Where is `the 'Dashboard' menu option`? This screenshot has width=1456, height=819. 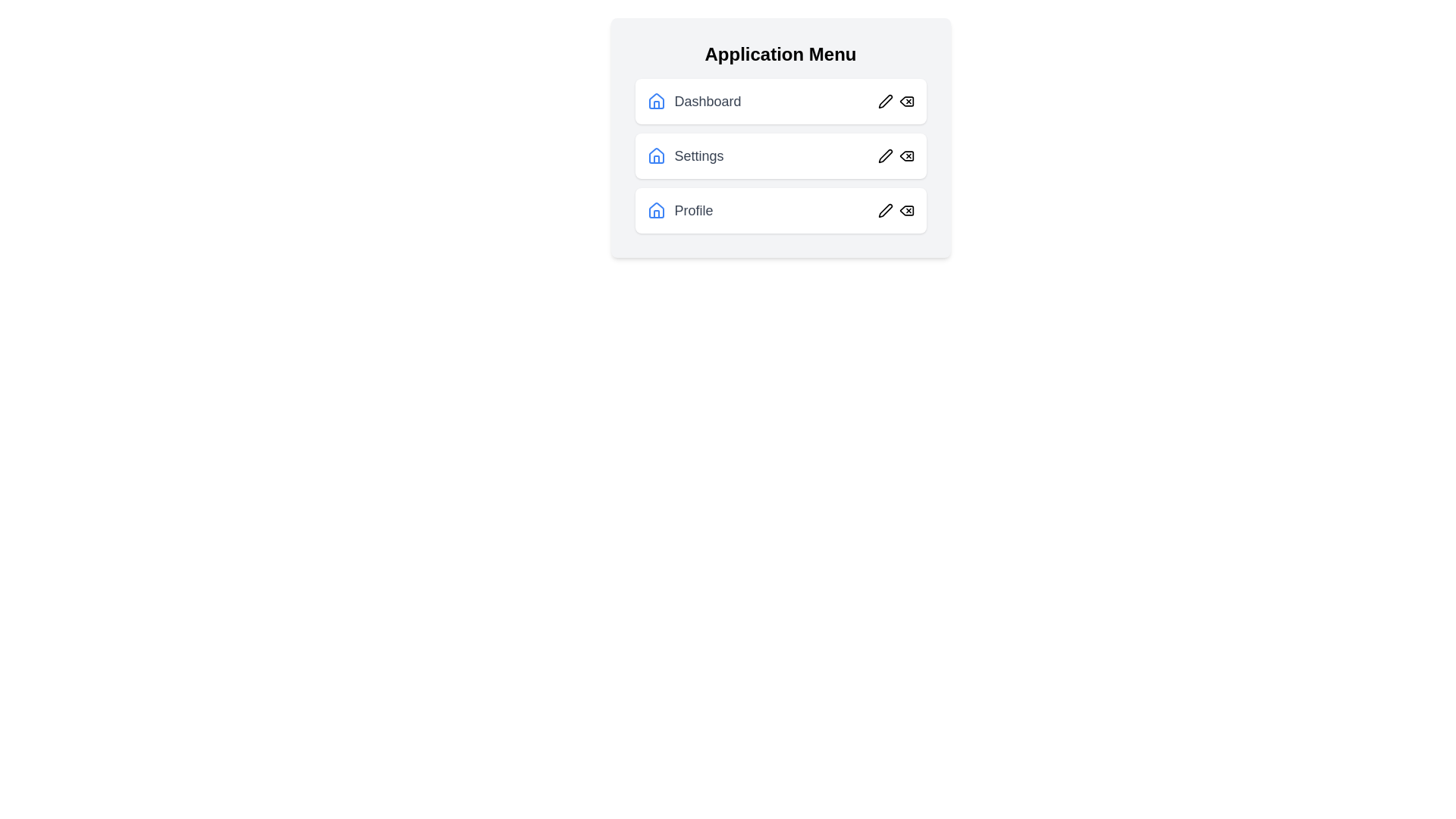
the 'Dashboard' menu option is located at coordinates (780, 102).